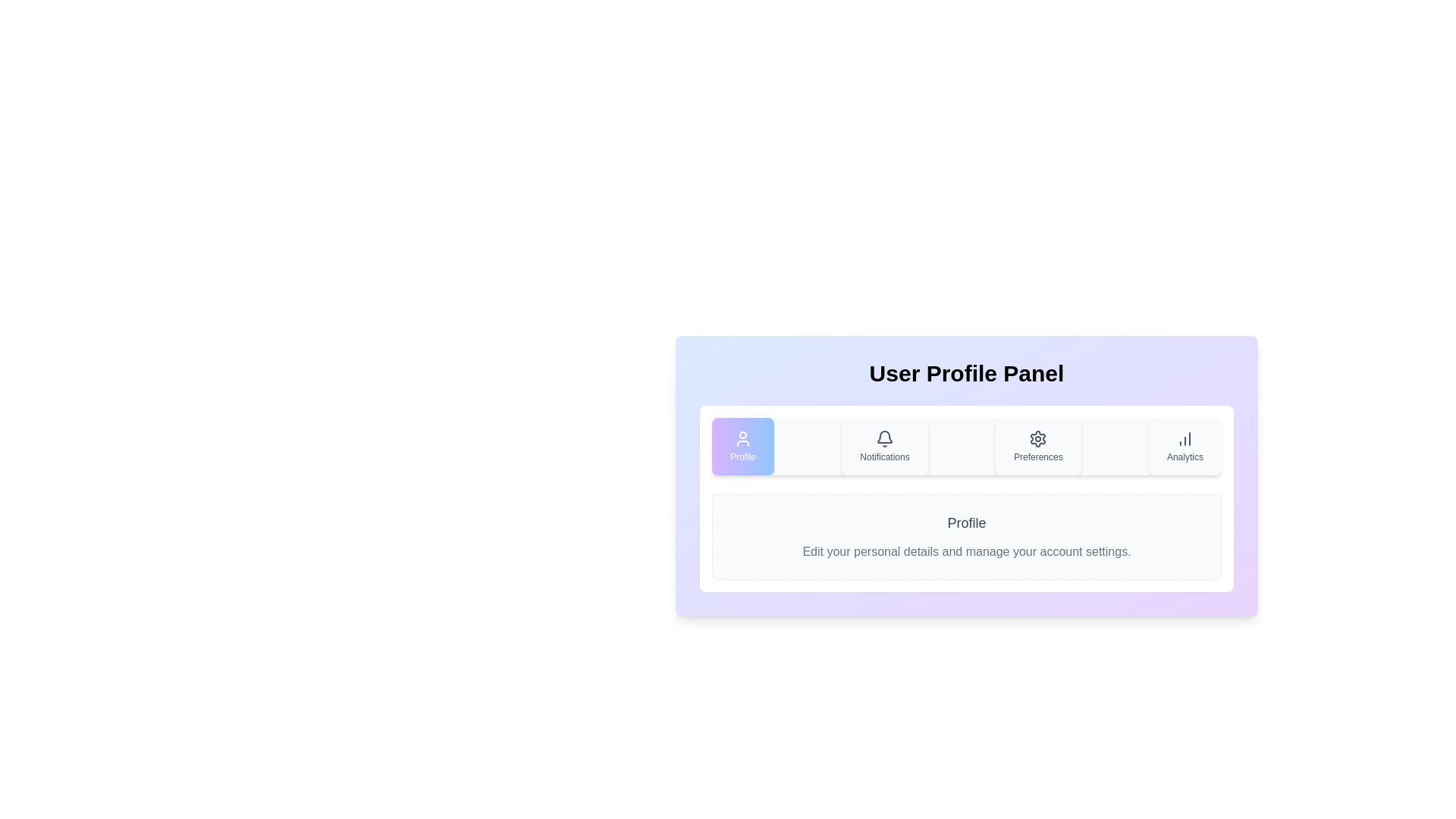 This screenshot has height=819, width=1456. What do you see at coordinates (742, 446) in the screenshot?
I see `the Profile tab by clicking its navigation button` at bounding box center [742, 446].